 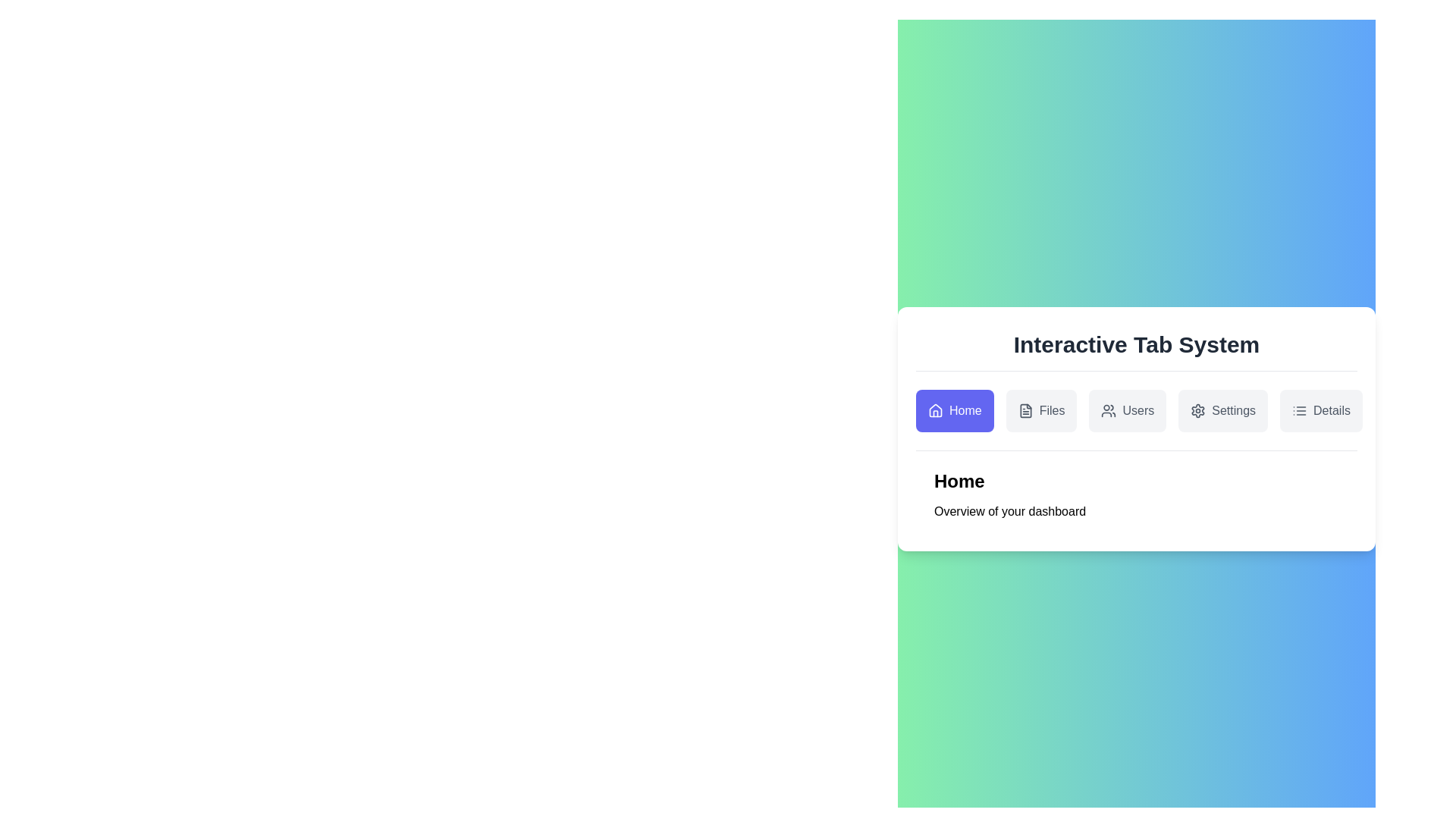 I want to click on the 'Details' button located on the far right of the horizontal navigation bar, so click(x=1320, y=411).